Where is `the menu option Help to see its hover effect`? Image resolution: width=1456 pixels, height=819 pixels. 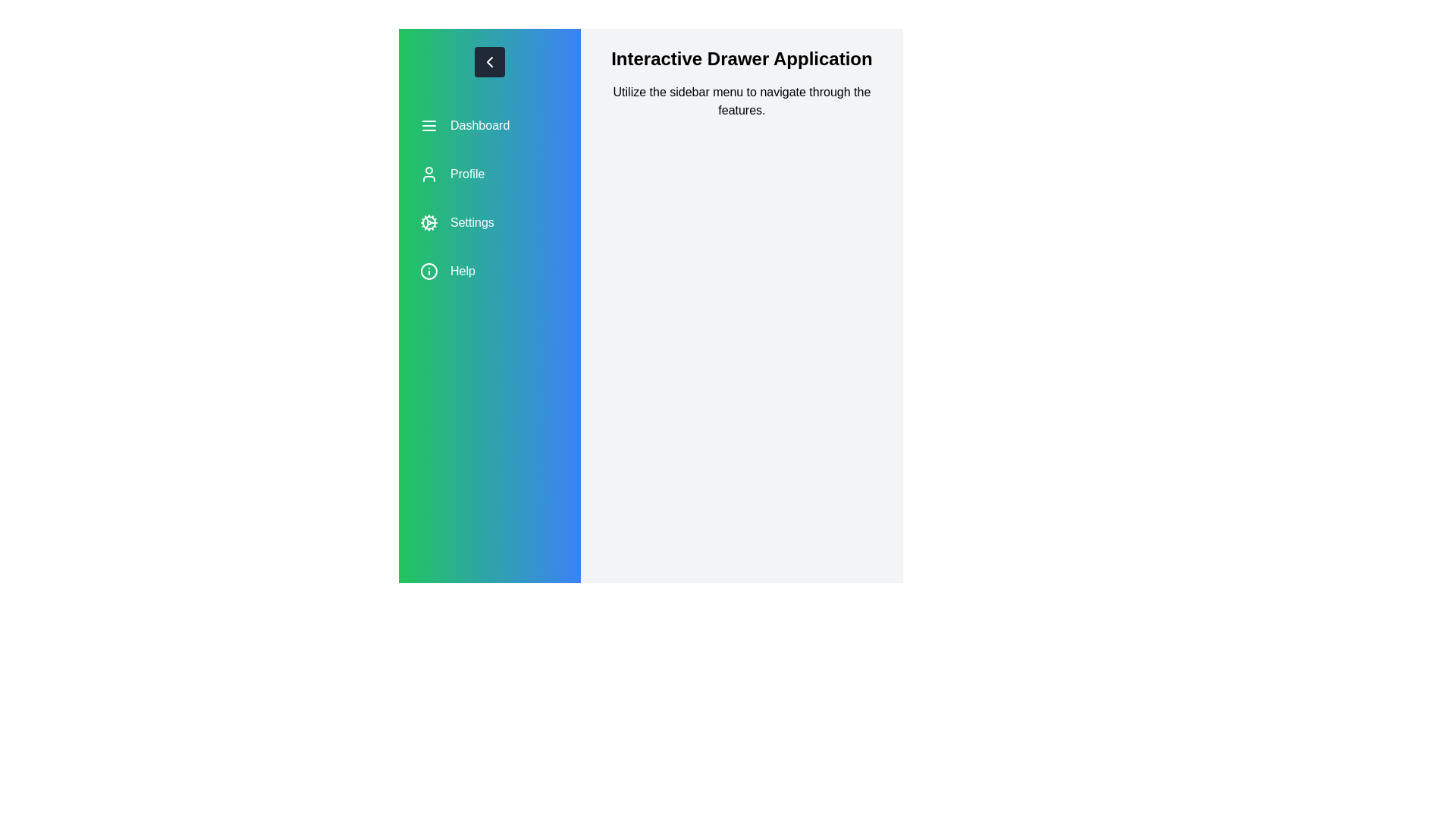
the menu option Help to see its hover effect is located at coordinates (489, 271).